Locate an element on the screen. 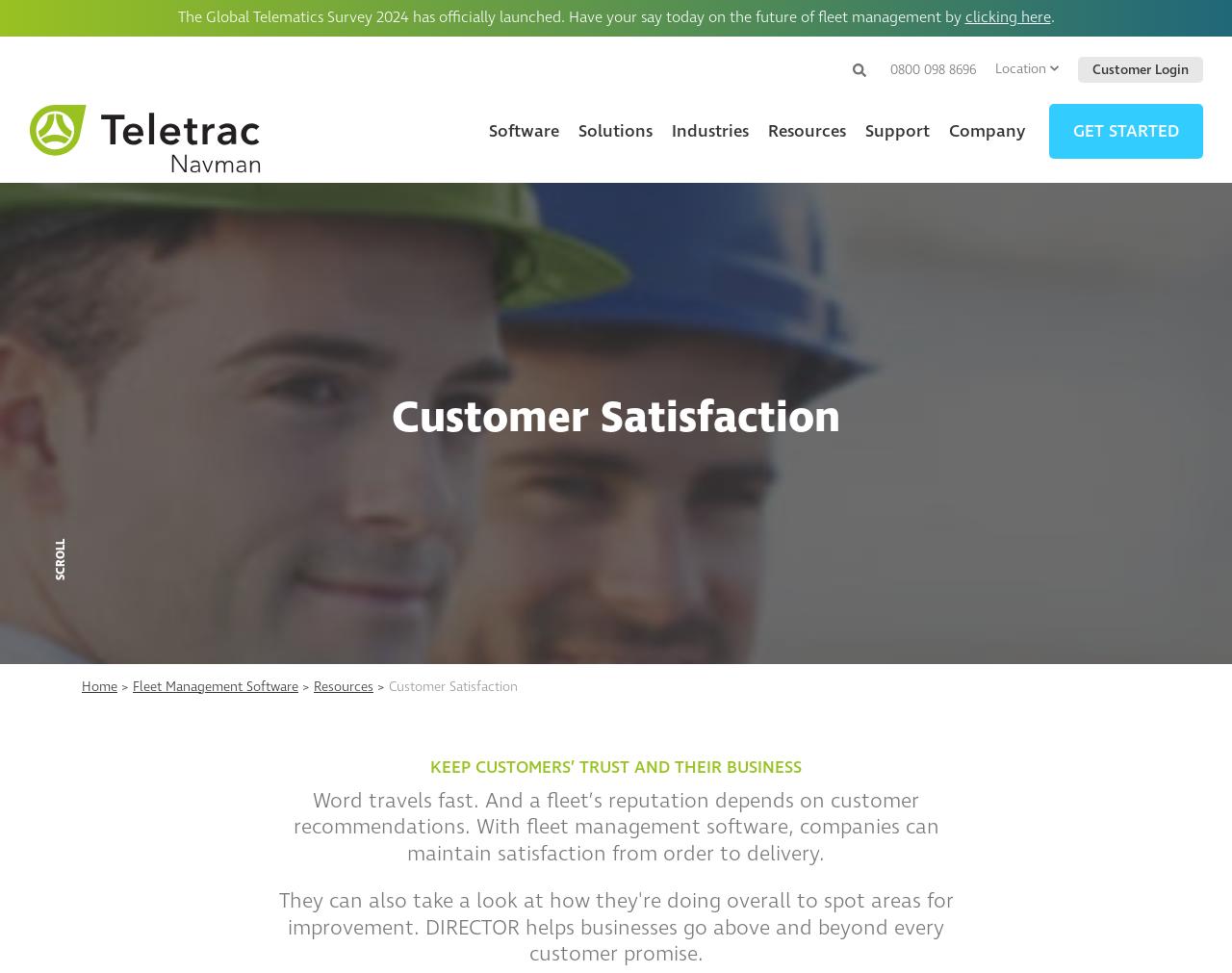 The image size is (1232, 973). 'Customer Login' is located at coordinates (1091, 67).